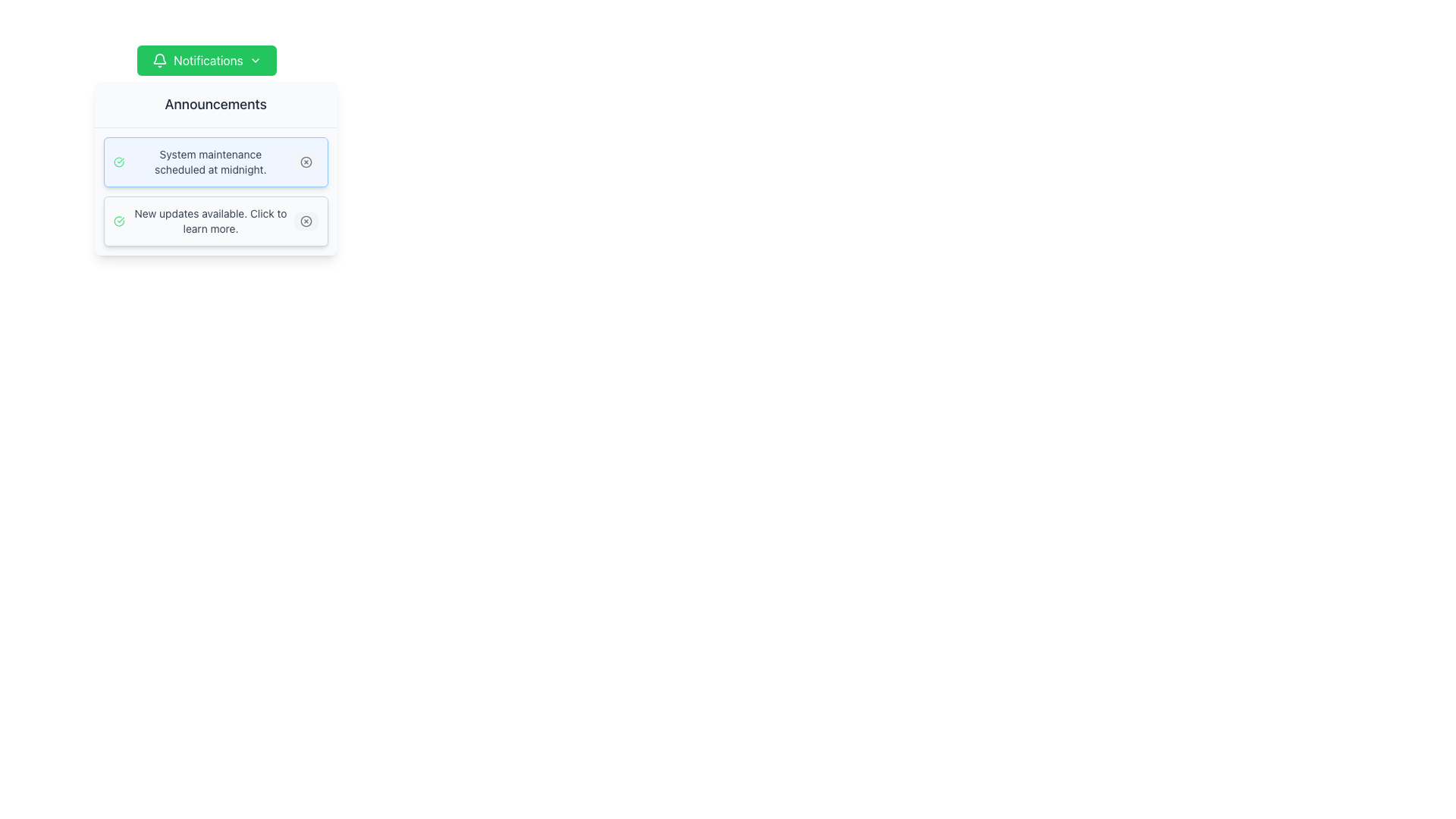 The image size is (1456, 819). What do you see at coordinates (206, 60) in the screenshot?
I see `the notification panel toggle button located above the 'Announcements' content` at bounding box center [206, 60].